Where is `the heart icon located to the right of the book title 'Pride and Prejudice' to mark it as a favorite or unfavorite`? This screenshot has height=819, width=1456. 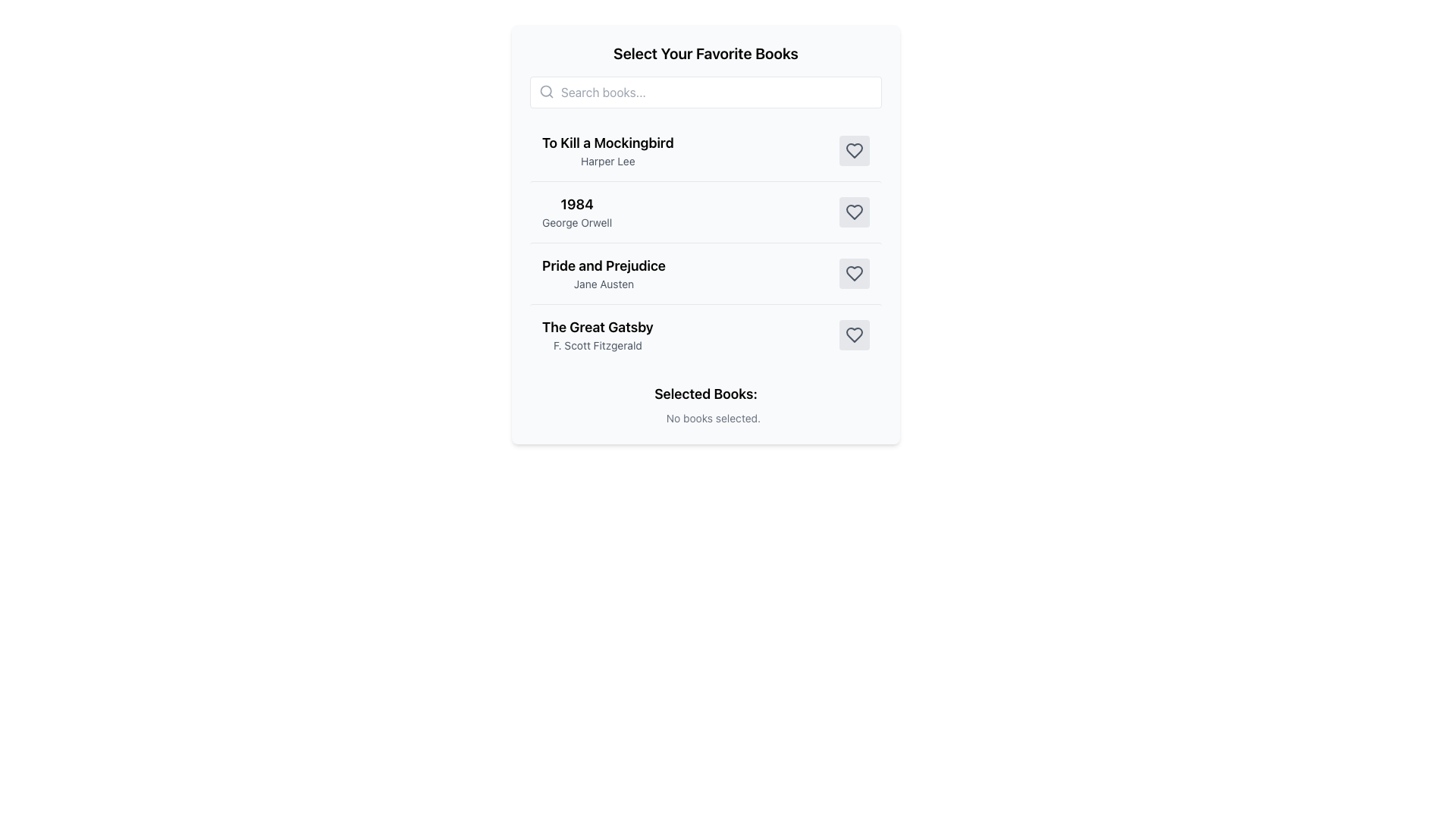 the heart icon located to the right of the book title 'Pride and Prejudice' to mark it as a favorite or unfavorite is located at coordinates (855, 274).